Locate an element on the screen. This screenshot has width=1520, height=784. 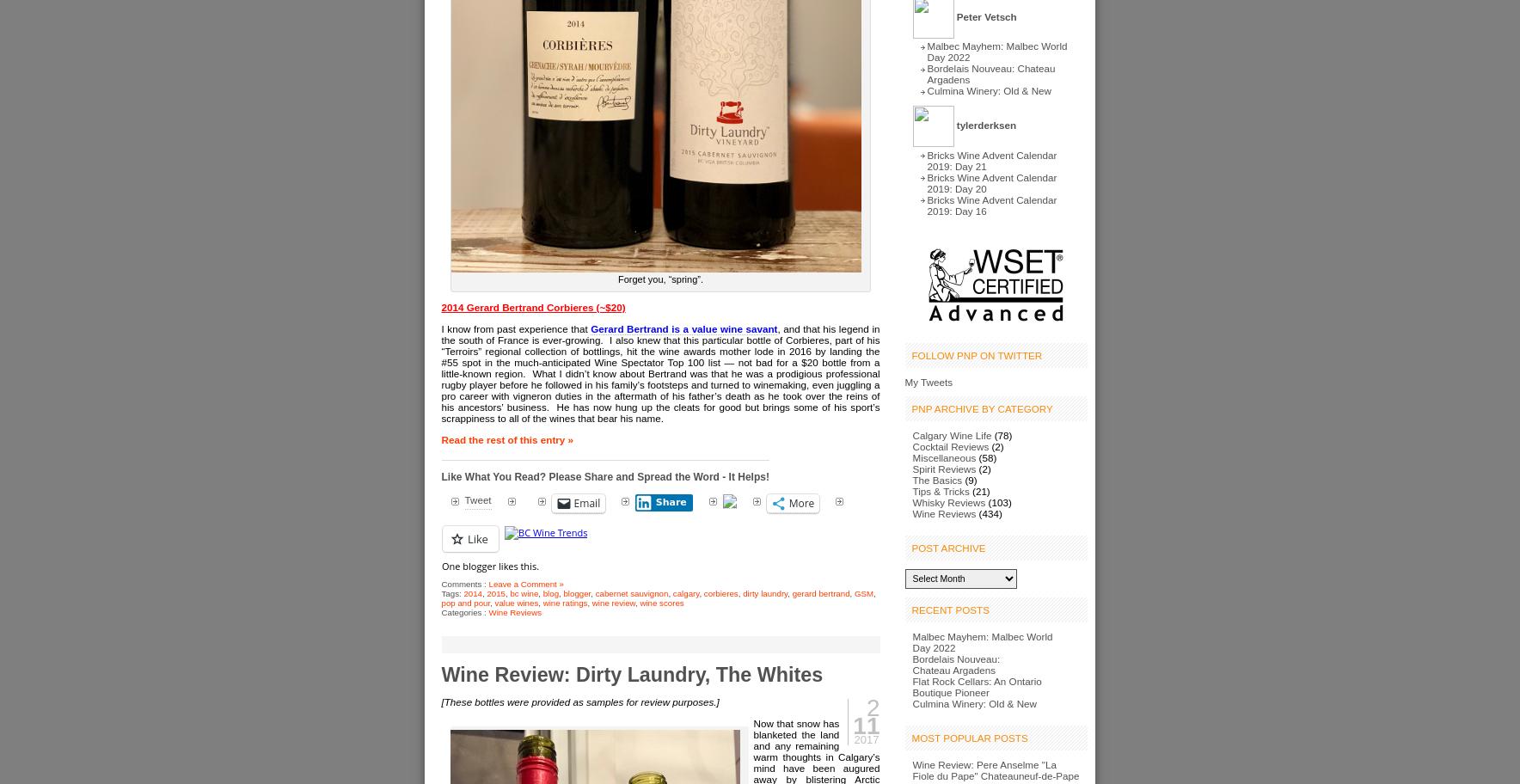
'2014' is located at coordinates (463, 593).